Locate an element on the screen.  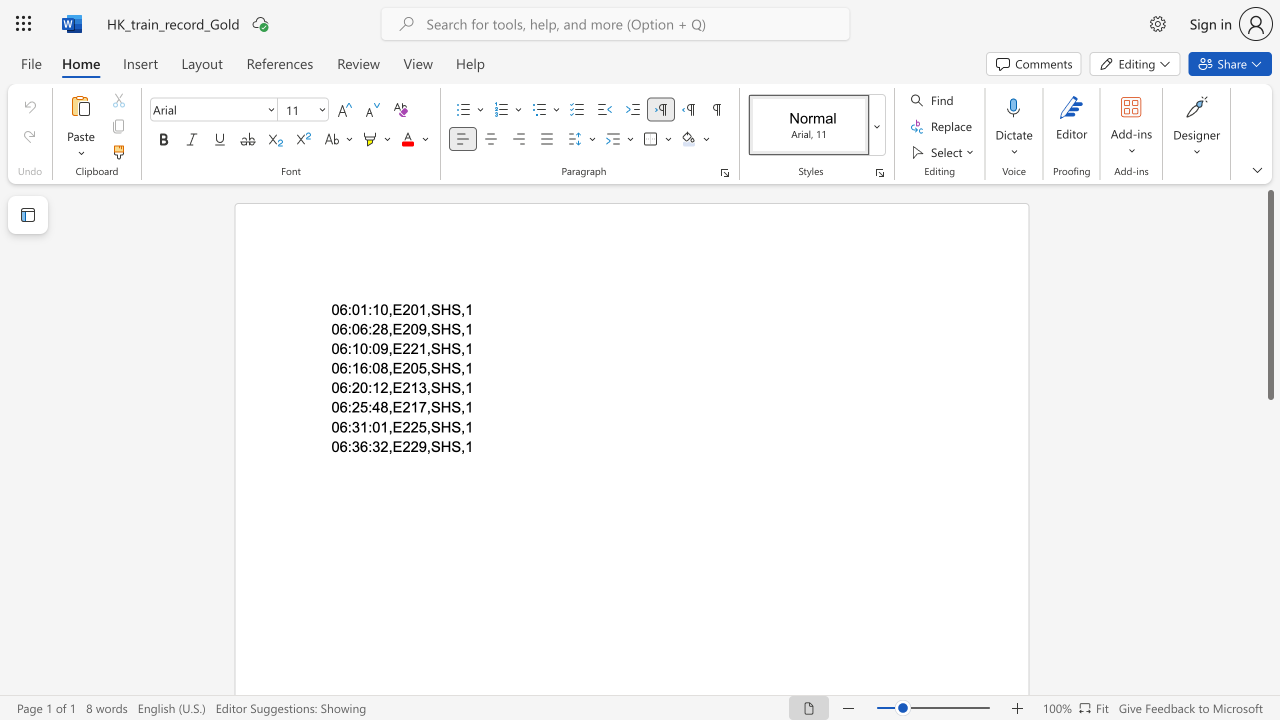
the scrollbar to move the view down is located at coordinates (1269, 598).